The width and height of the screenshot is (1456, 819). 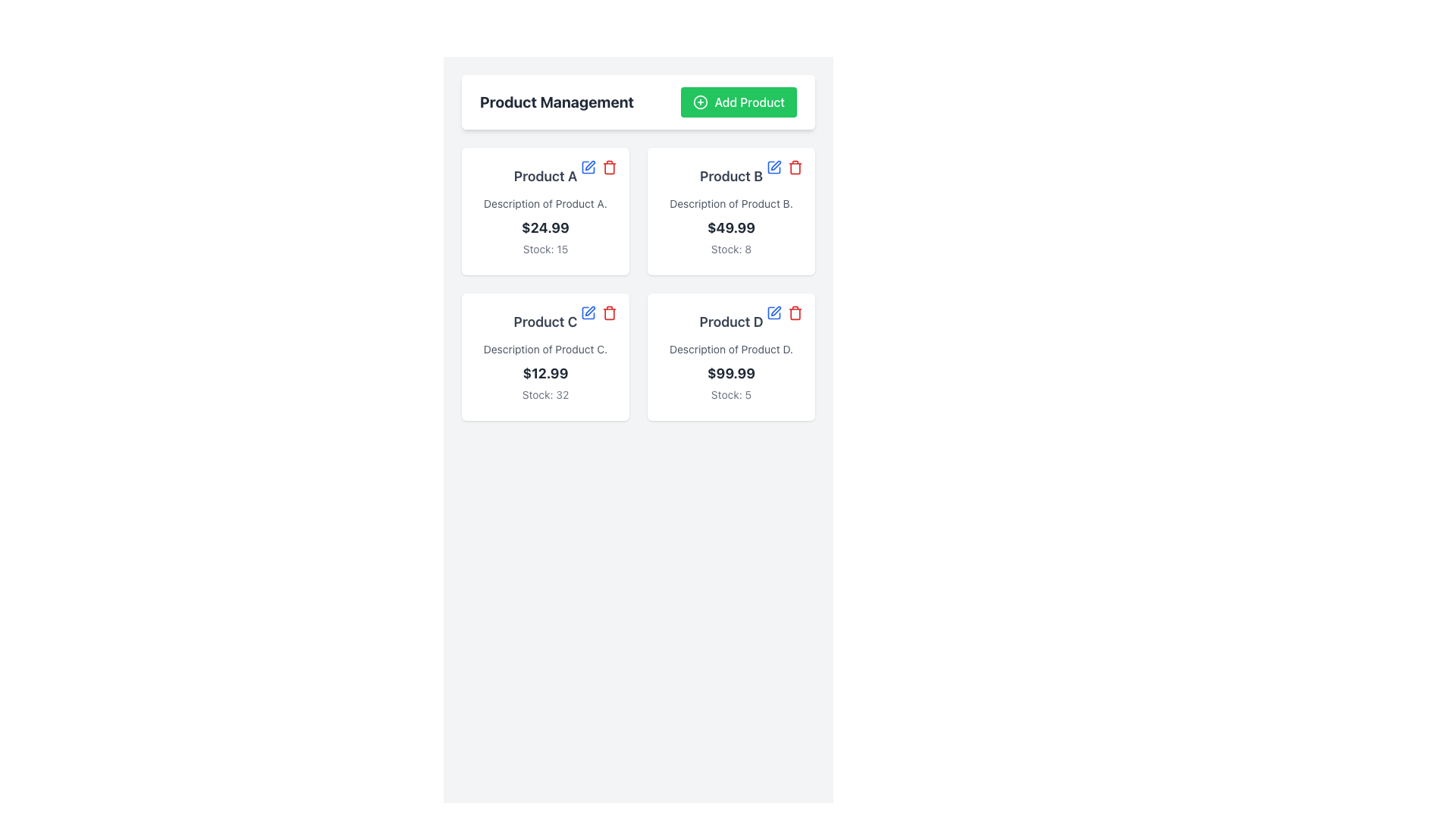 I want to click on the delete button located at the upper-right corner of the card interface for 'Product B', so click(x=785, y=167).